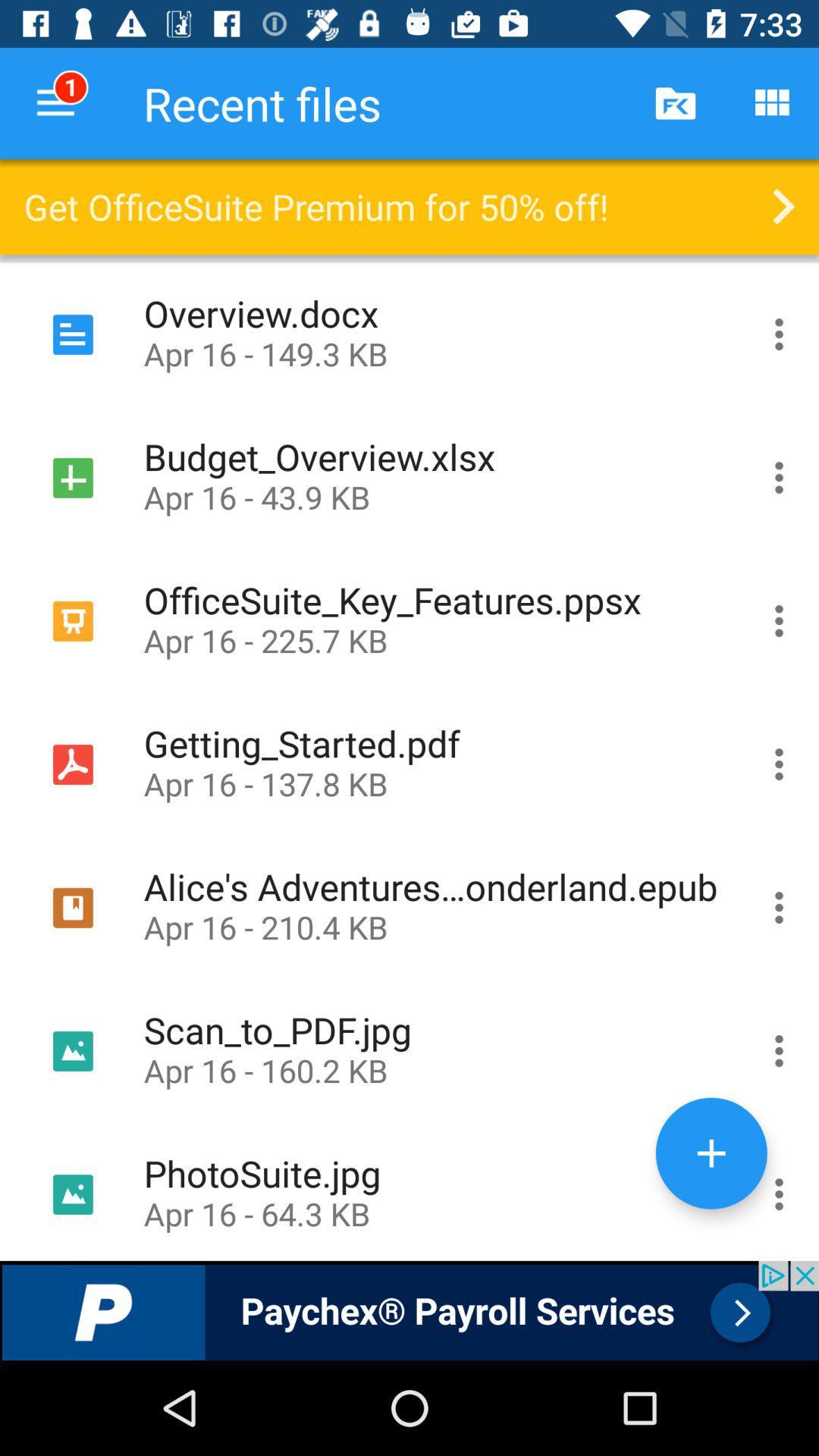 The width and height of the screenshot is (819, 1456). I want to click on a item, so click(711, 1153).